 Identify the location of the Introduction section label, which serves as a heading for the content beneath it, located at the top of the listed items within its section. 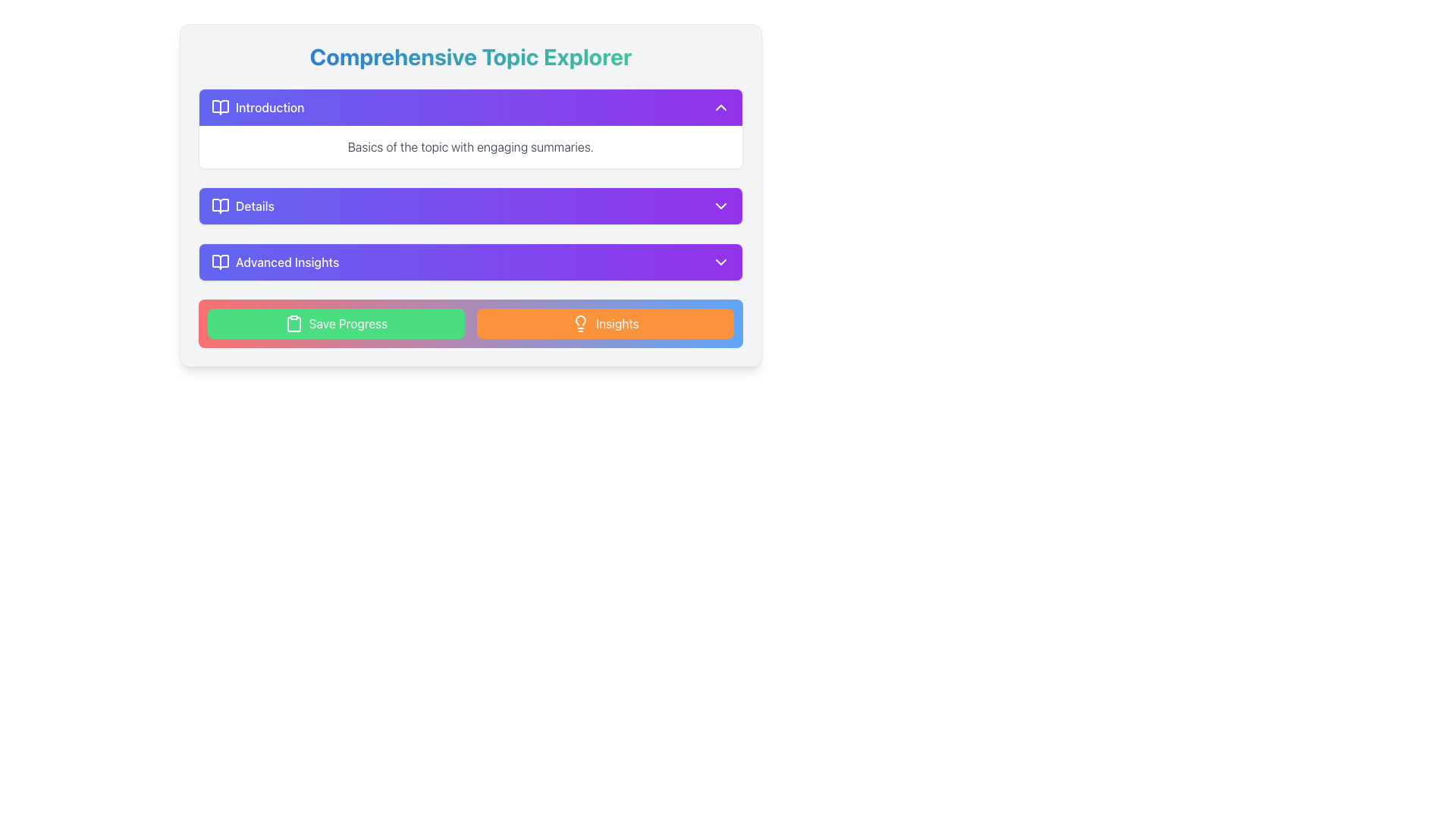
(258, 107).